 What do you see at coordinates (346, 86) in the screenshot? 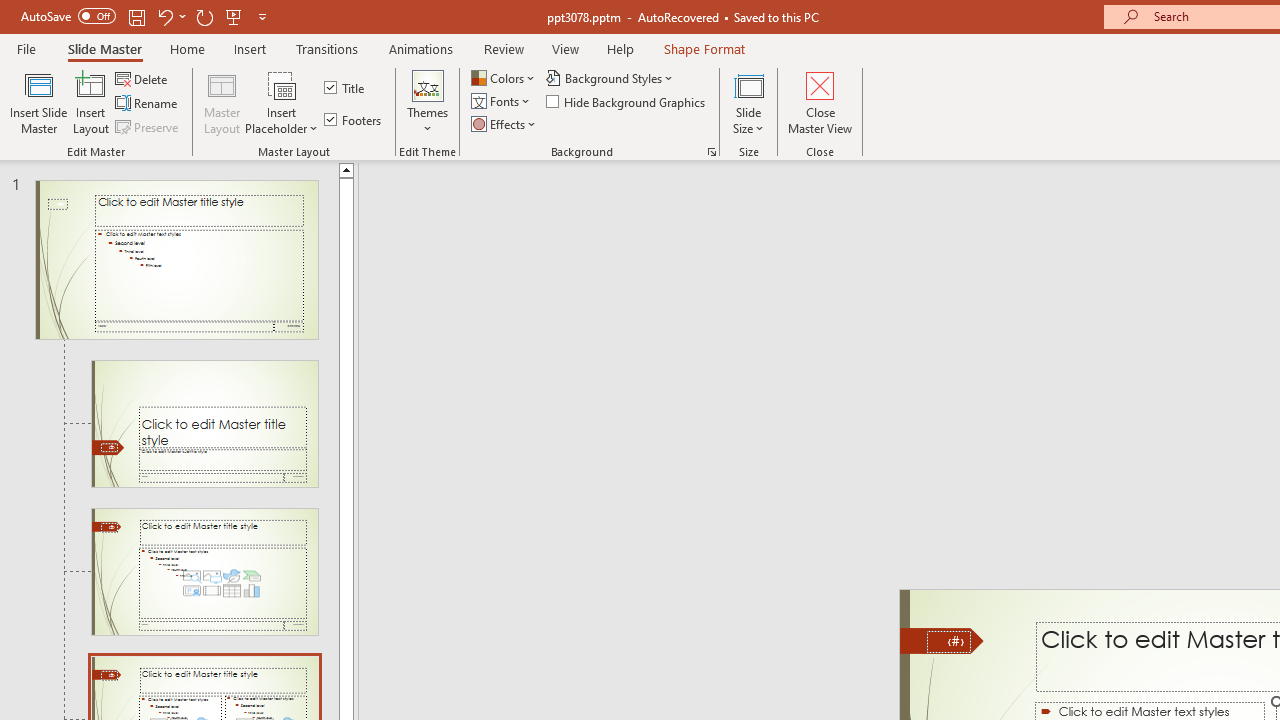
I see `'Title'` at bounding box center [346, 86].